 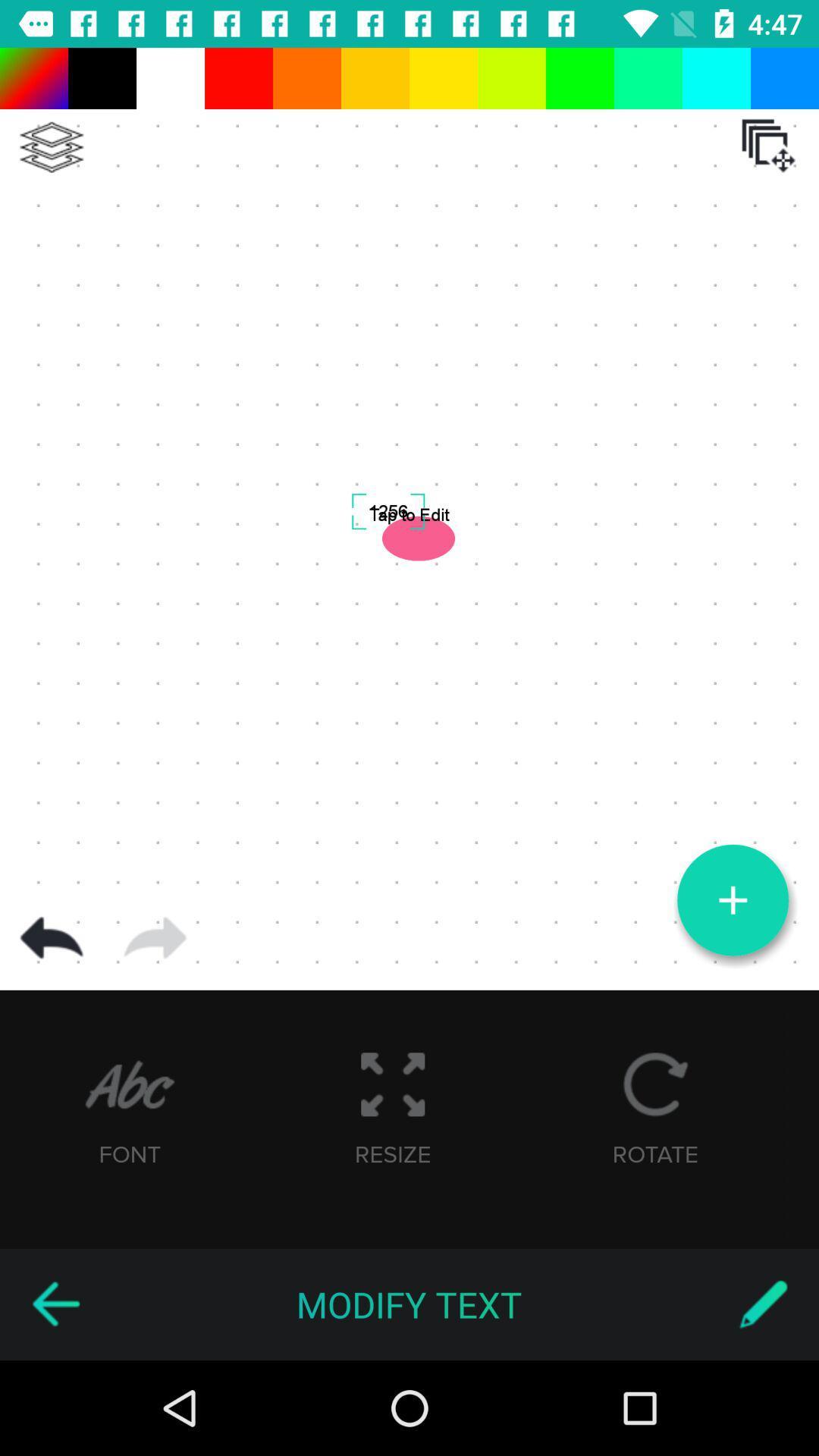 I want to click on layers, so click(x=51, y=147).